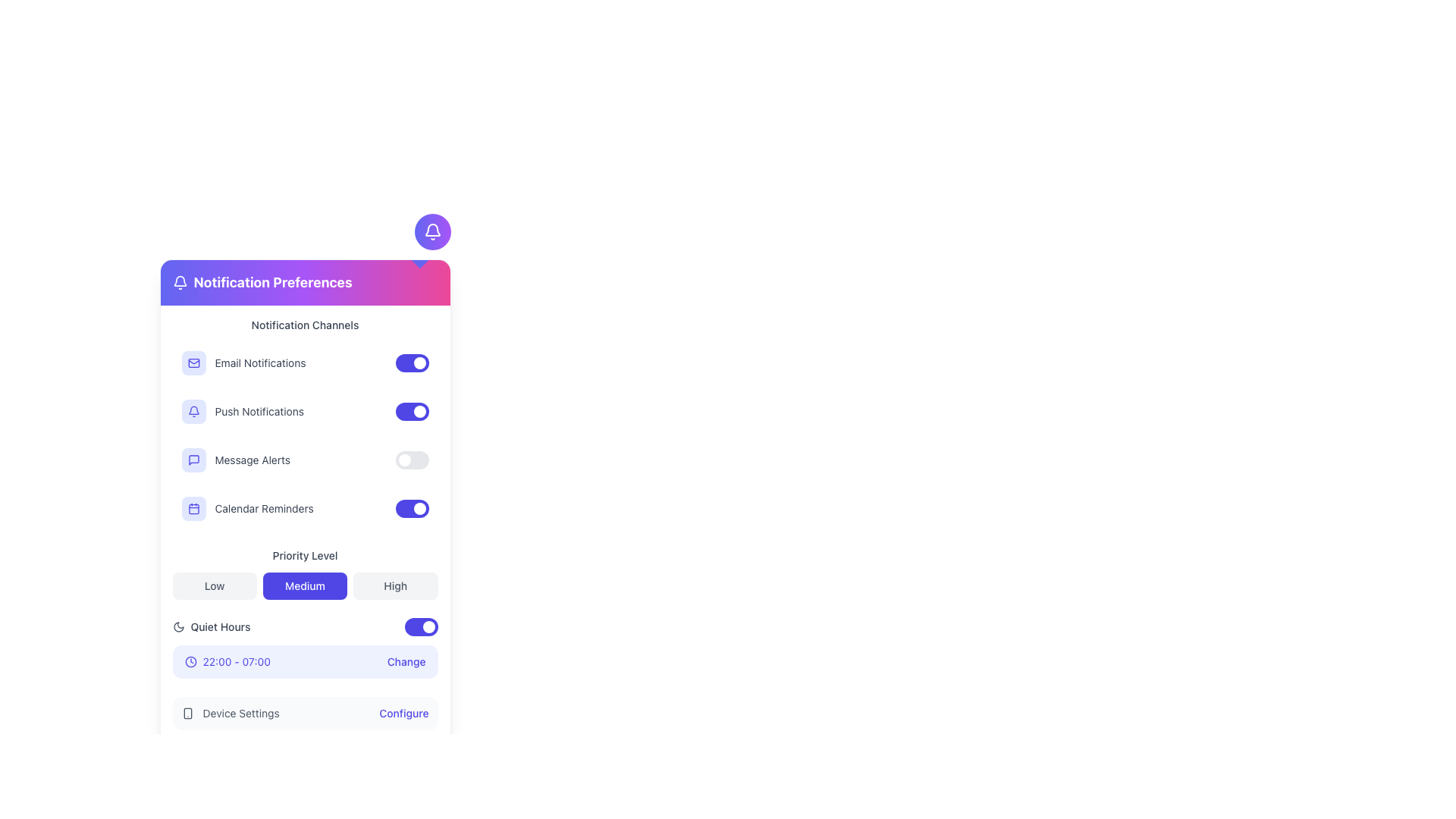 The width and height of the screenshot is (1456, 819). Describe the element at coordinates (419, 509) in the screenshot. I see `the toggle indicator that visually indicates the state of the toggle switch for 'Push Notifications' in the 'Notification Preferences' section` at that location.